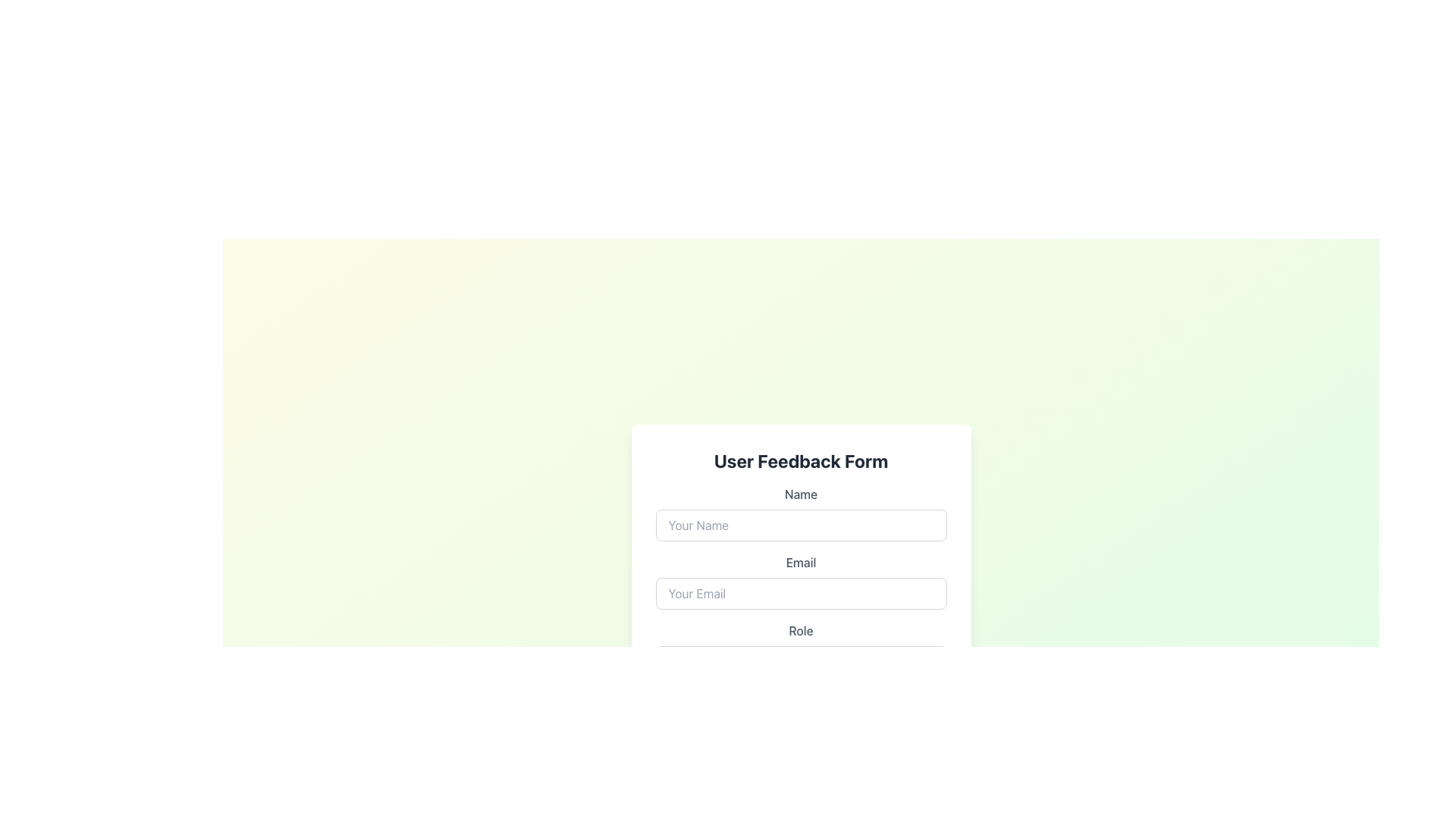 This screenshot has height=819, width=1456. Describe the element at coordinates (800, 648) in the screenshot. I see `the centrally positioned dropdown menu in the feedback form` at that location.